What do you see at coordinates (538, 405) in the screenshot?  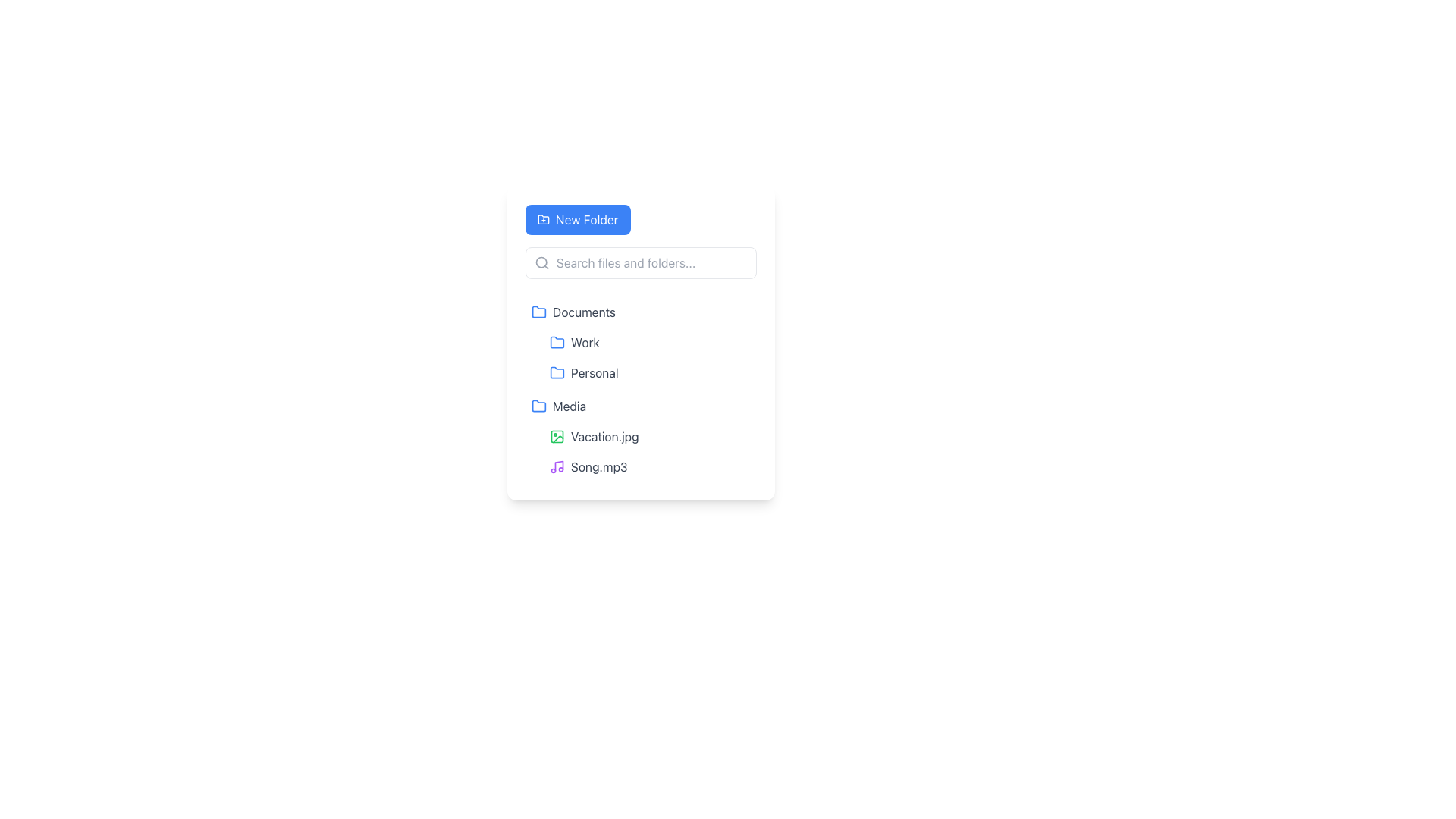 I see `the folder icon representing the 'Media' directory in the file explorer` at bounding box center [538, 405].